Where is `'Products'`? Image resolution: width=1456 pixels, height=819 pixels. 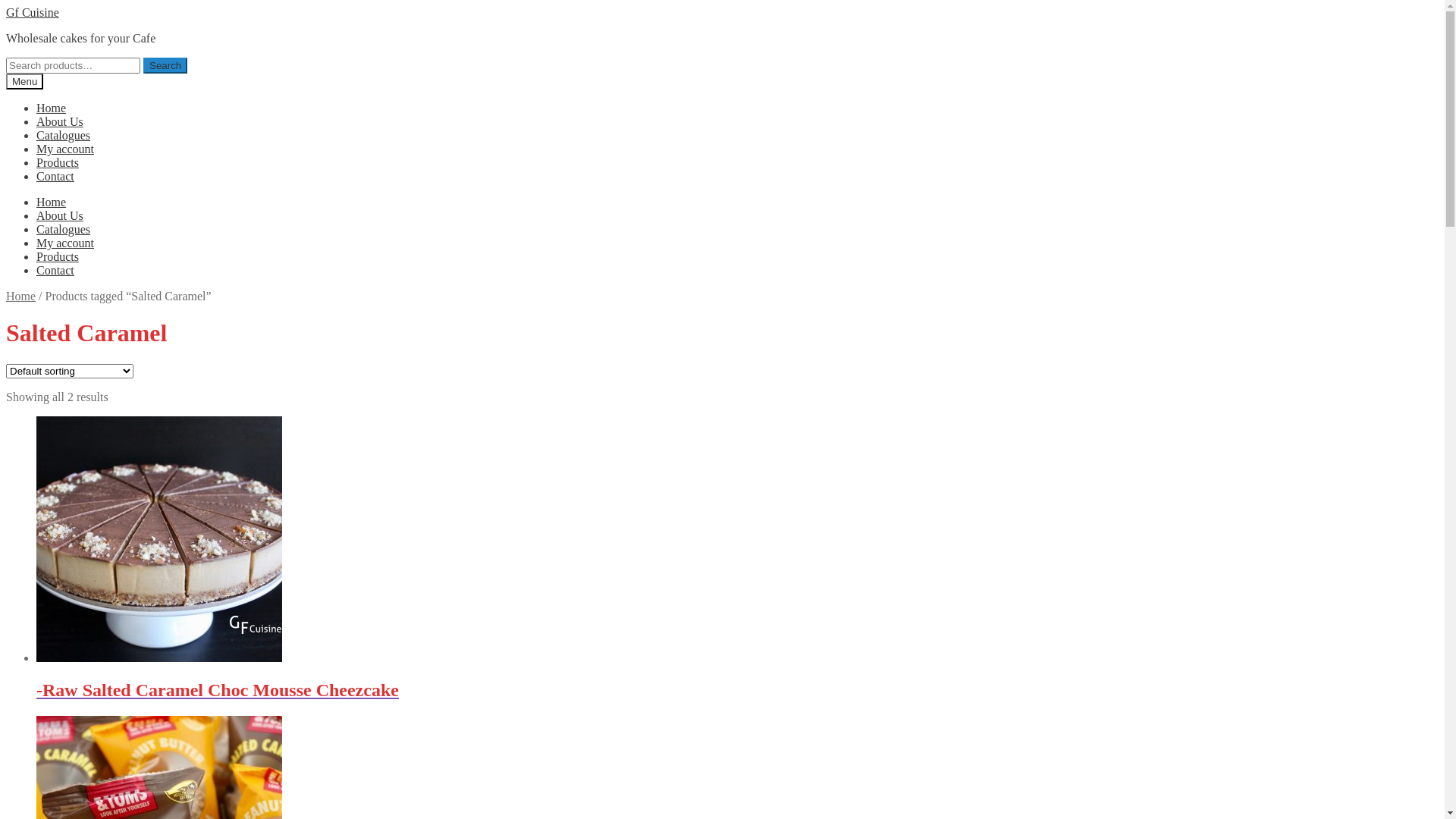 'Products' is located at coordinates (58, 256).